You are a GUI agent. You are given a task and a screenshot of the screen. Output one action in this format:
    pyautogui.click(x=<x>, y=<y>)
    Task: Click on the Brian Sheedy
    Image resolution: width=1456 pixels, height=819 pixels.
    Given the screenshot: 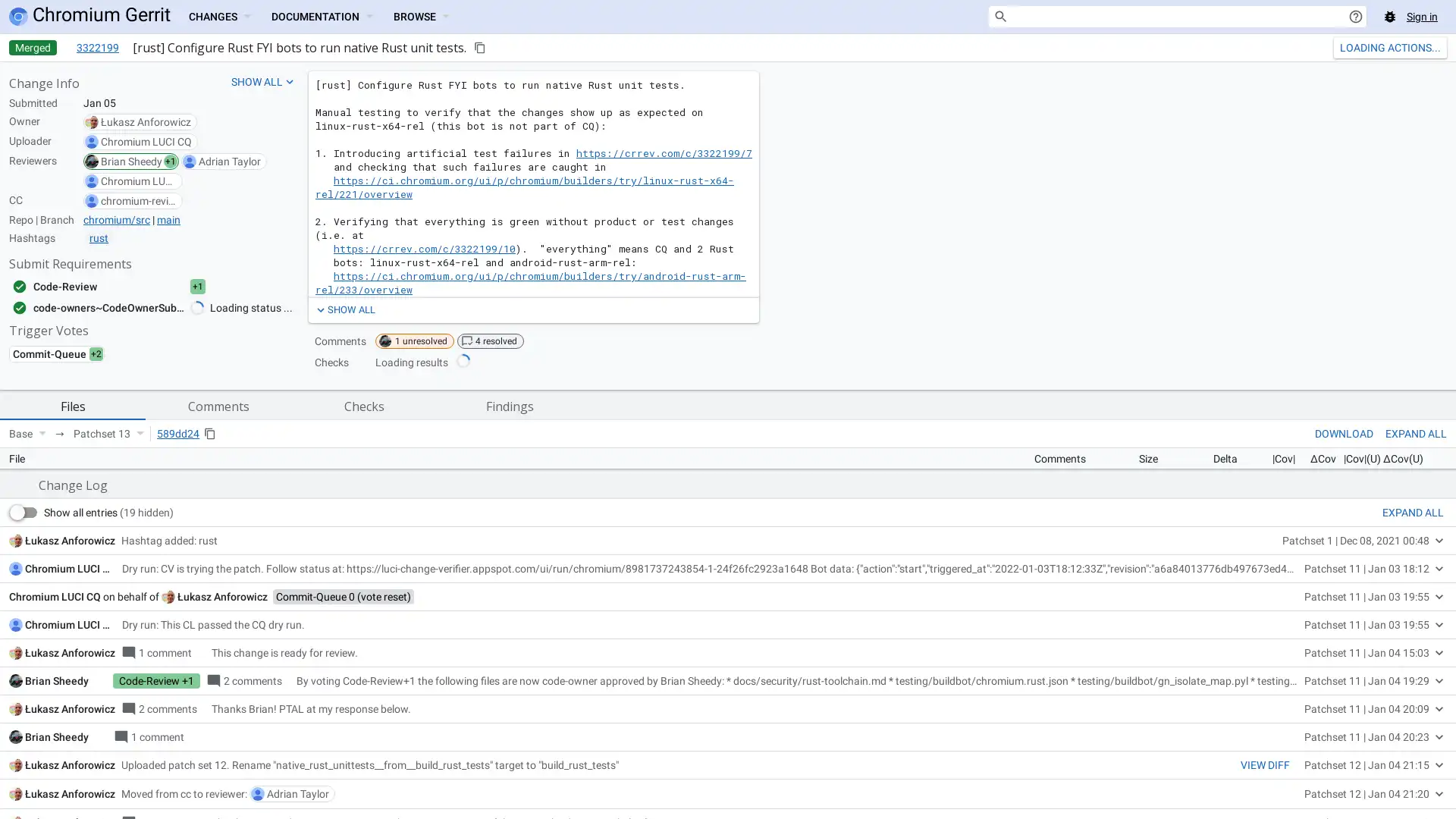 What is the action you would take?
    pyautogui.click(x=131, y=161)
    